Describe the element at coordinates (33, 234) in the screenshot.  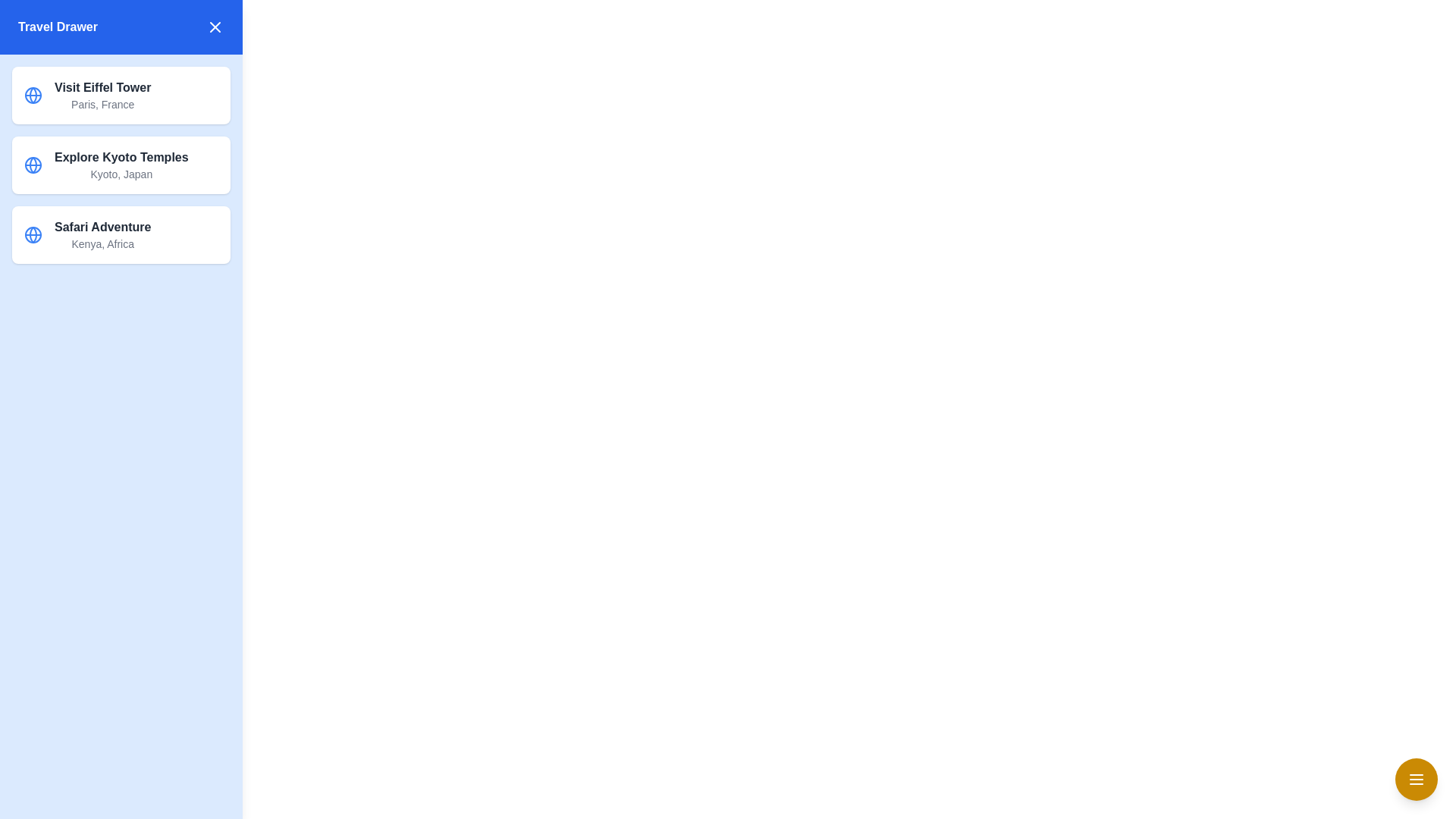
I see `the blue globe icon representing the travel-related theme located in the 'Safari Adventure' list item in the sidebar` at that location.